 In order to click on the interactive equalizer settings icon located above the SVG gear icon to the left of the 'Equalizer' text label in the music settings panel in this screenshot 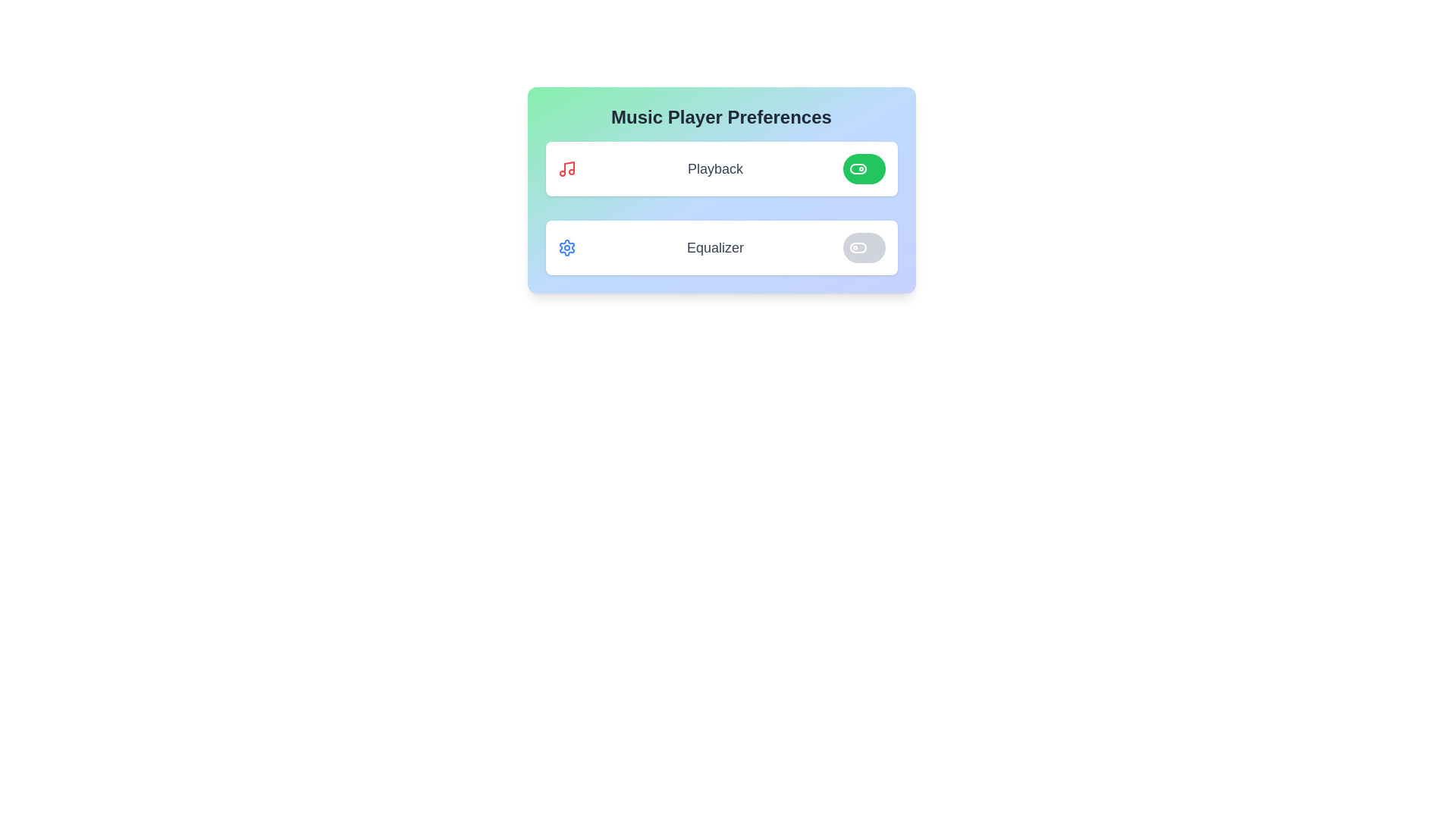, I will do `click(566, 247)`.